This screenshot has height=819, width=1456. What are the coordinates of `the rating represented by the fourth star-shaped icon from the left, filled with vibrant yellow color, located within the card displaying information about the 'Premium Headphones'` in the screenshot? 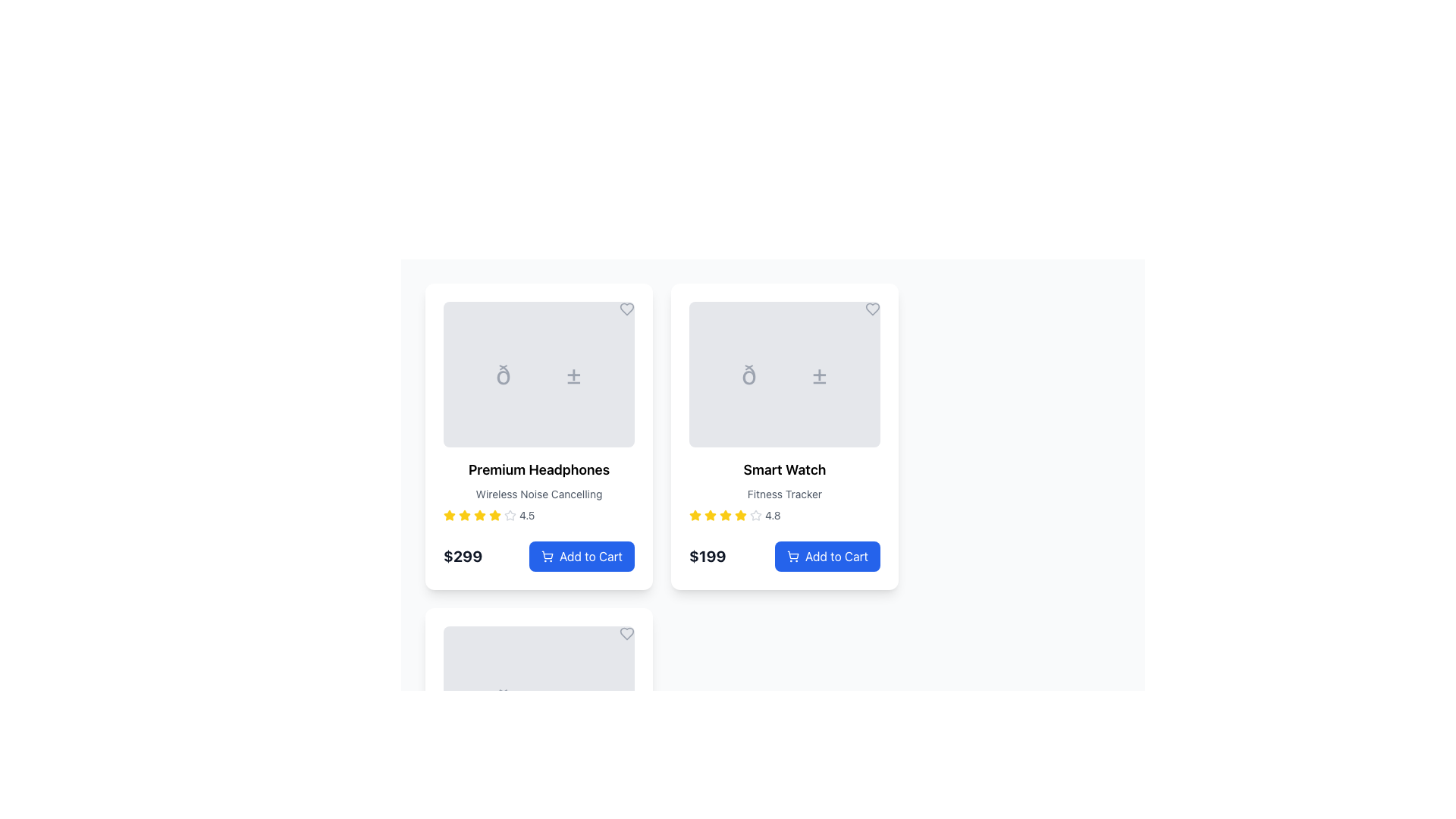 It's located at (464, 514).